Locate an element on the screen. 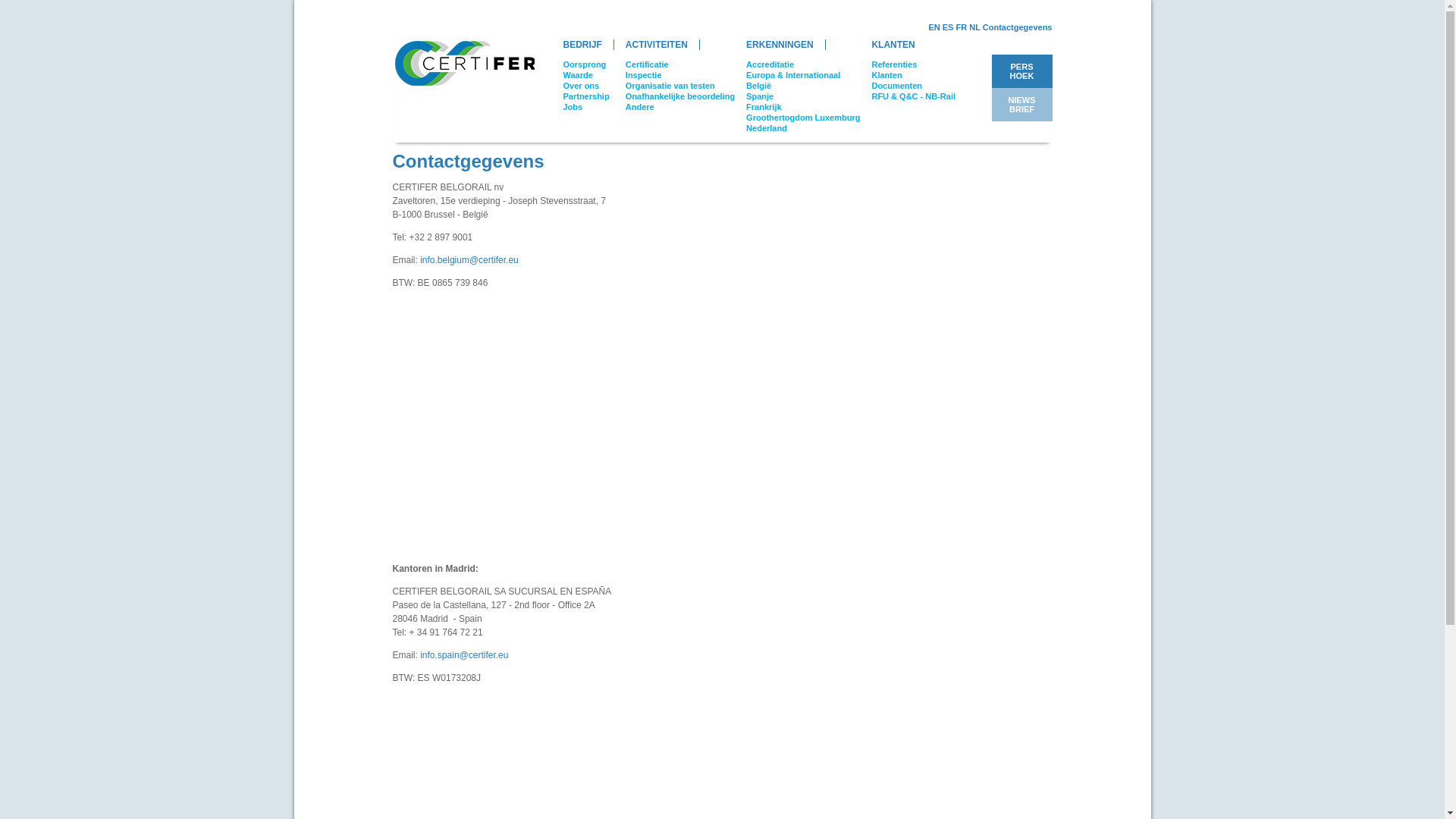 This screenshot has width=1456, height=819. 'Documenten' is located at coordinates (871, 85).